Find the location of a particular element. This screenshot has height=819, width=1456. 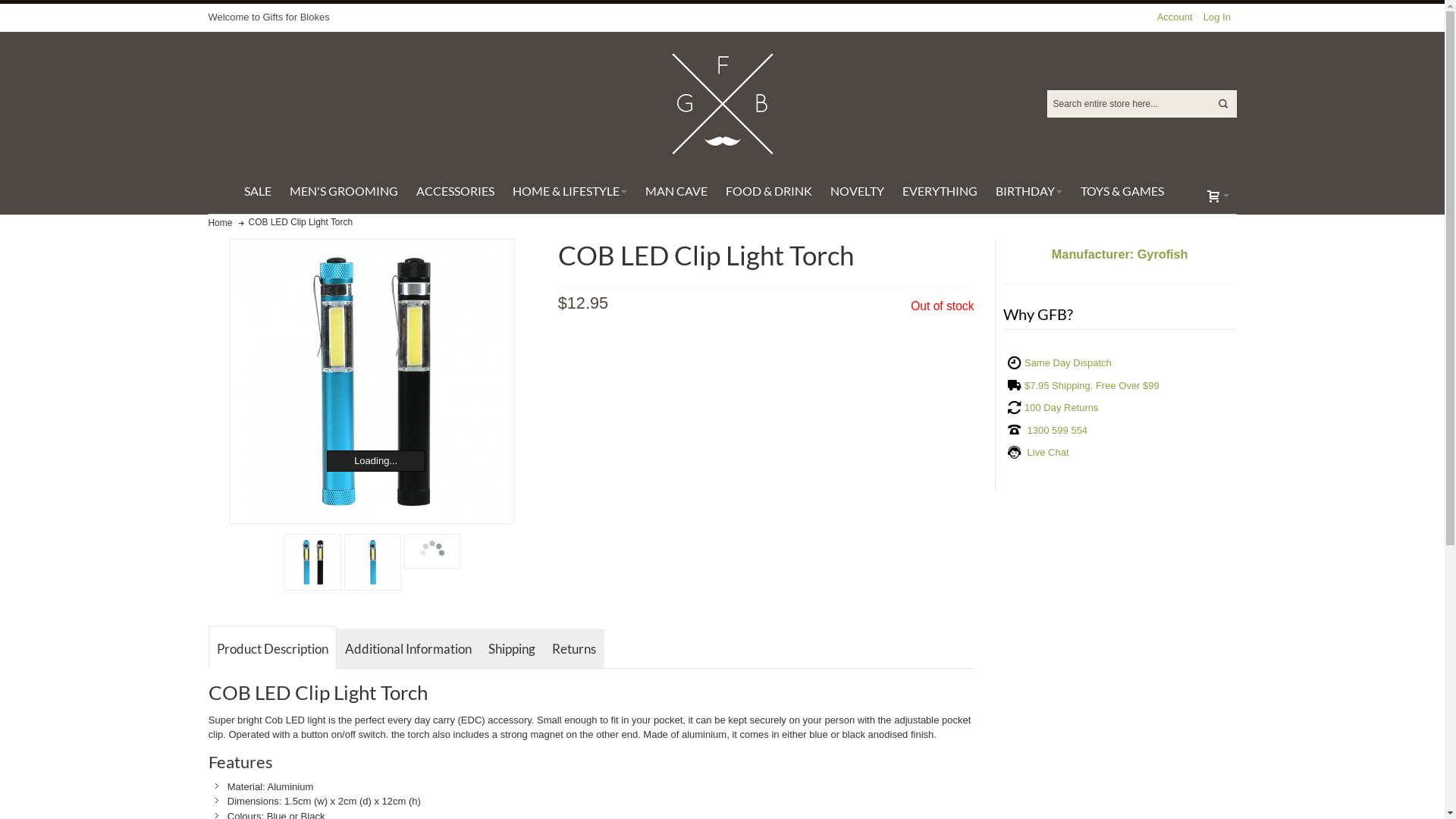

'100 Day Returns' is located at coordinates (1024, 406).